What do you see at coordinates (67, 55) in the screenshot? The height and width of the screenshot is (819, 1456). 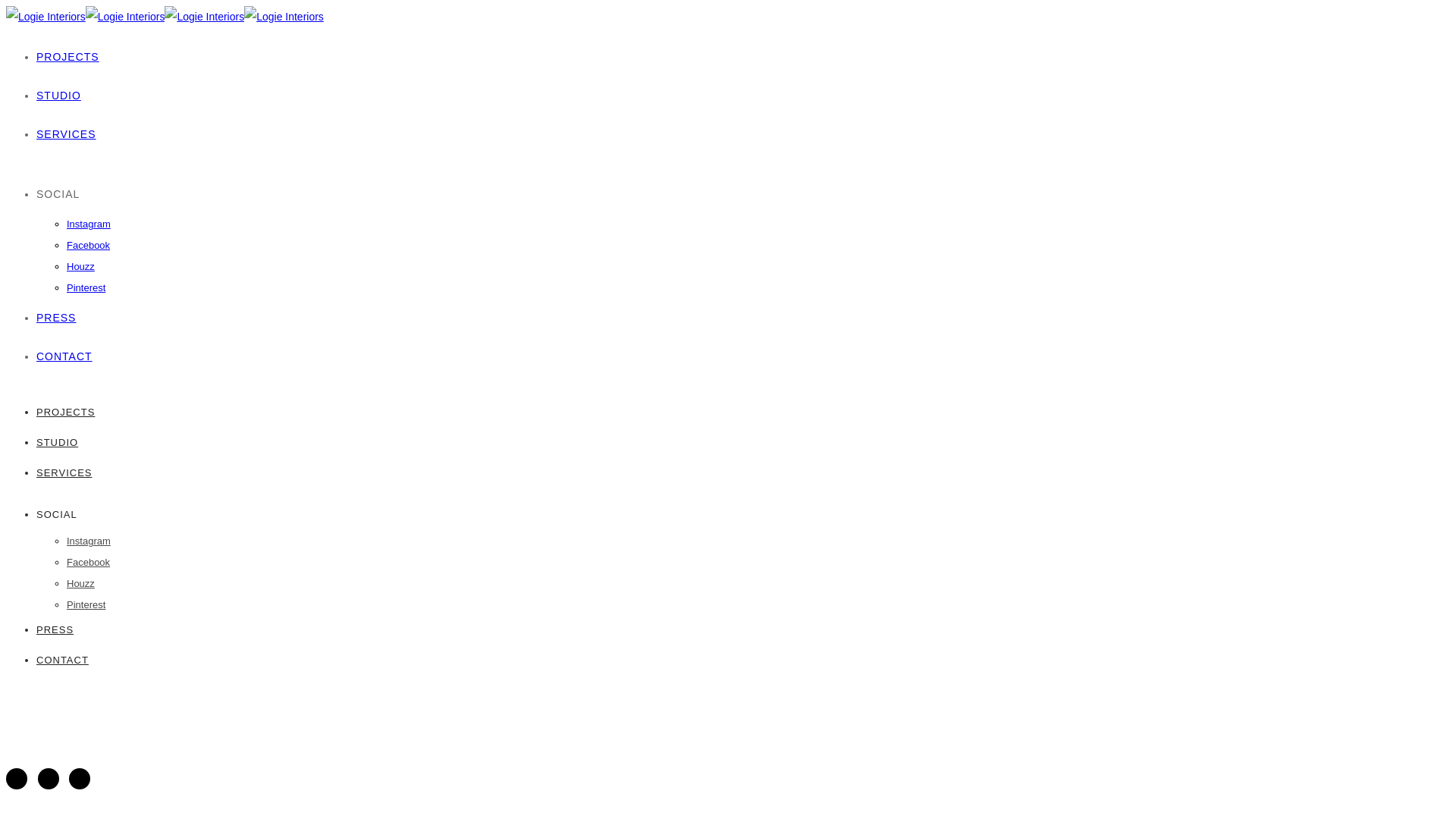 I see `'PROJECTS'` at bounding box center [67, 55].